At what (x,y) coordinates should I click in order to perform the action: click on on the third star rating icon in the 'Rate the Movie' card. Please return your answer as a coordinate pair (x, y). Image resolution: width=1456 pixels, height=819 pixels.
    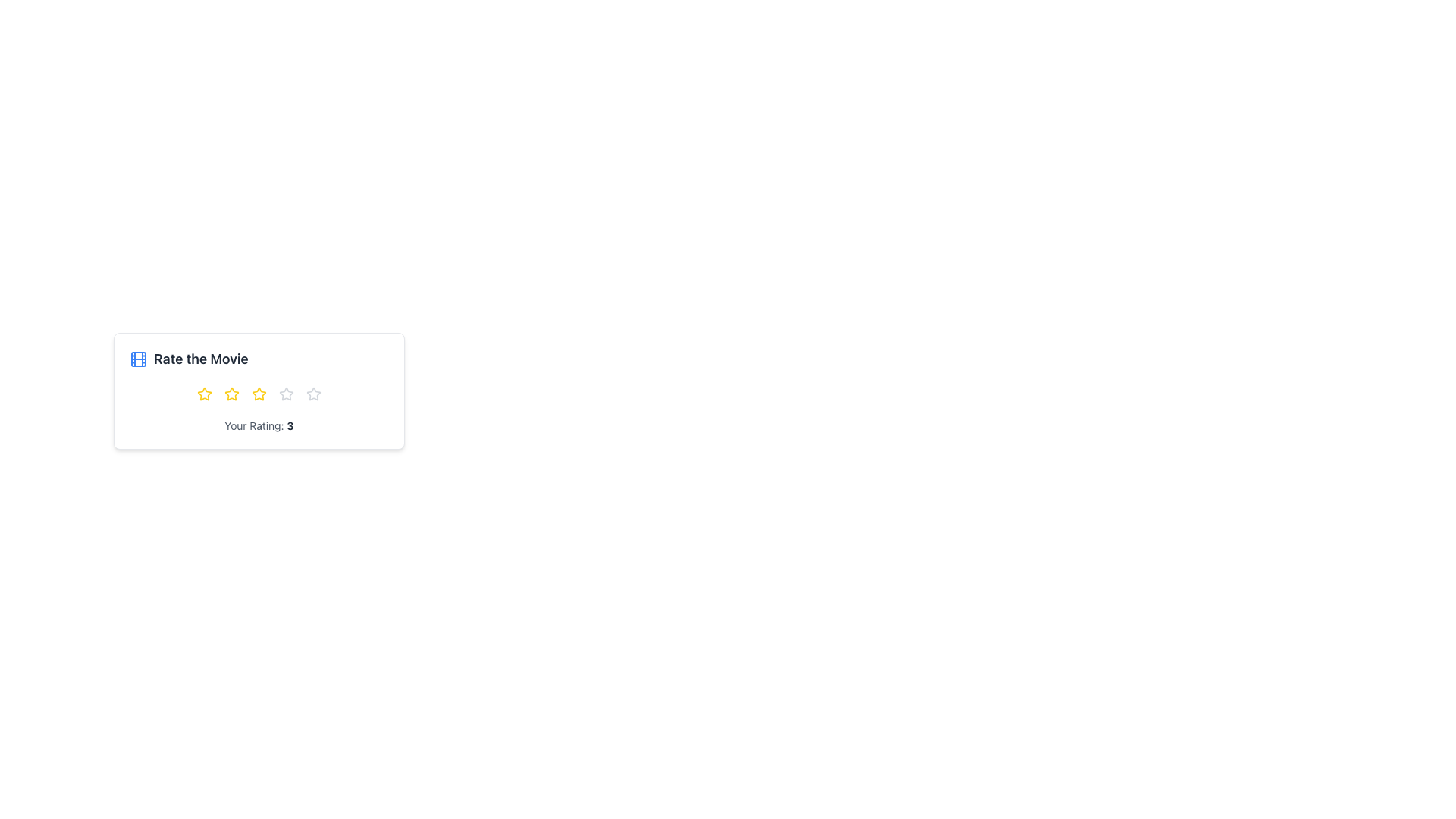
    Looking at the image, I should click on (287, 393).